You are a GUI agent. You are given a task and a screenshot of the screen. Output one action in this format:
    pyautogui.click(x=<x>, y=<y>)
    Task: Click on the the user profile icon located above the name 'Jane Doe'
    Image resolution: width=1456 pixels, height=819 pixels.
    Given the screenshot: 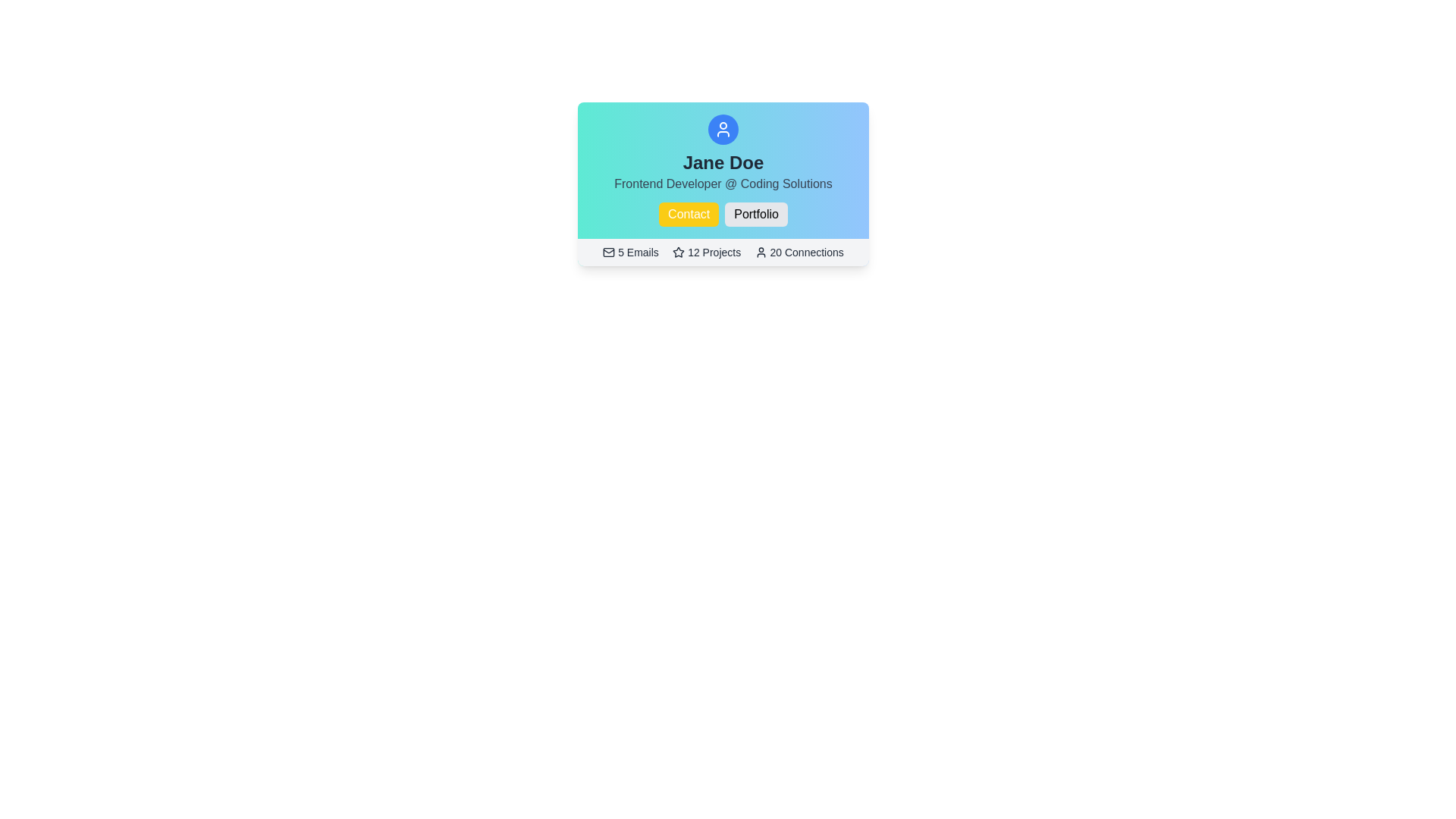 What is the action you would take?
    pyautogui.click(x=723, y=128)
    